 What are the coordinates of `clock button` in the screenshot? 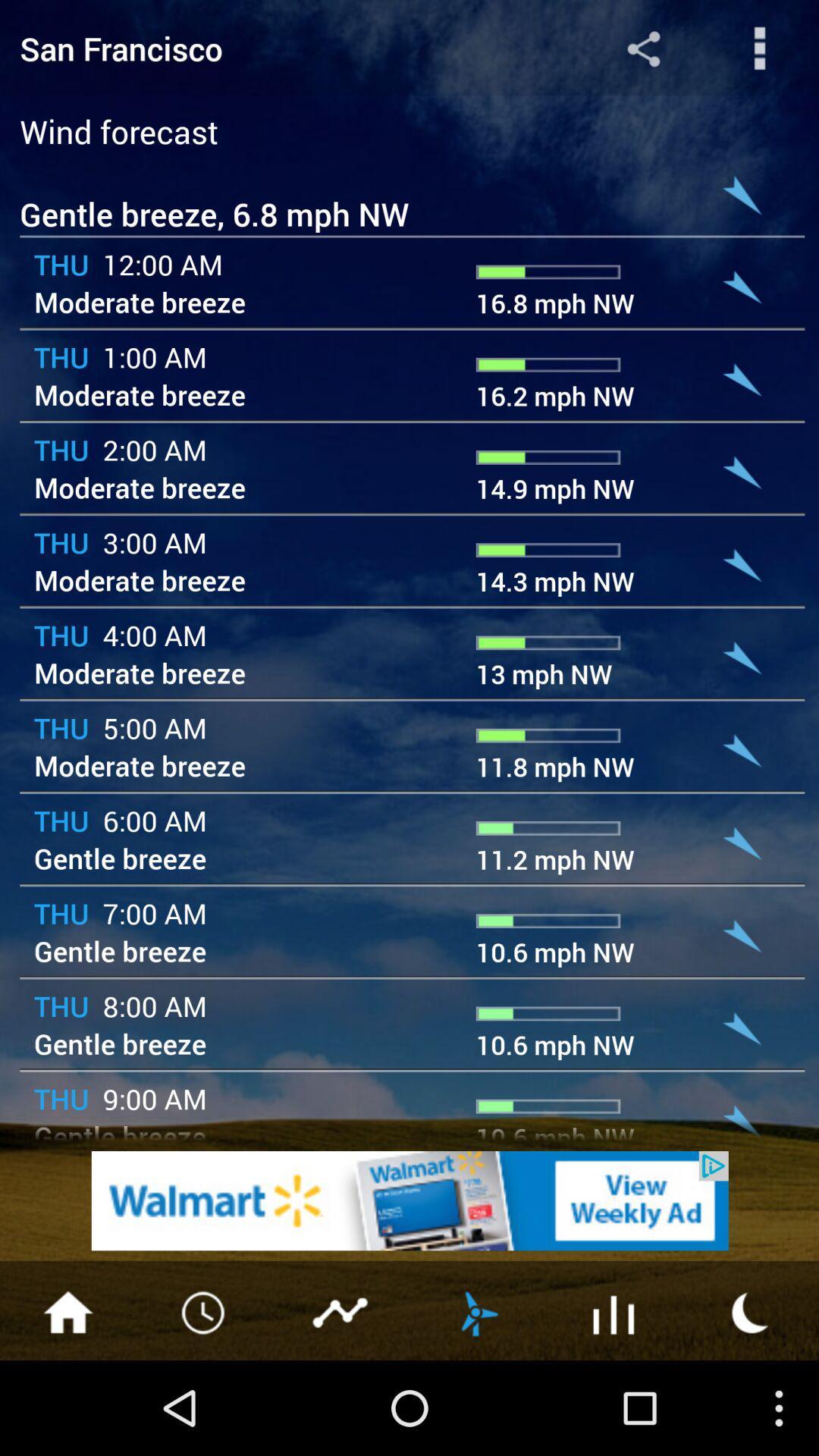 It's located at (205, 1310).